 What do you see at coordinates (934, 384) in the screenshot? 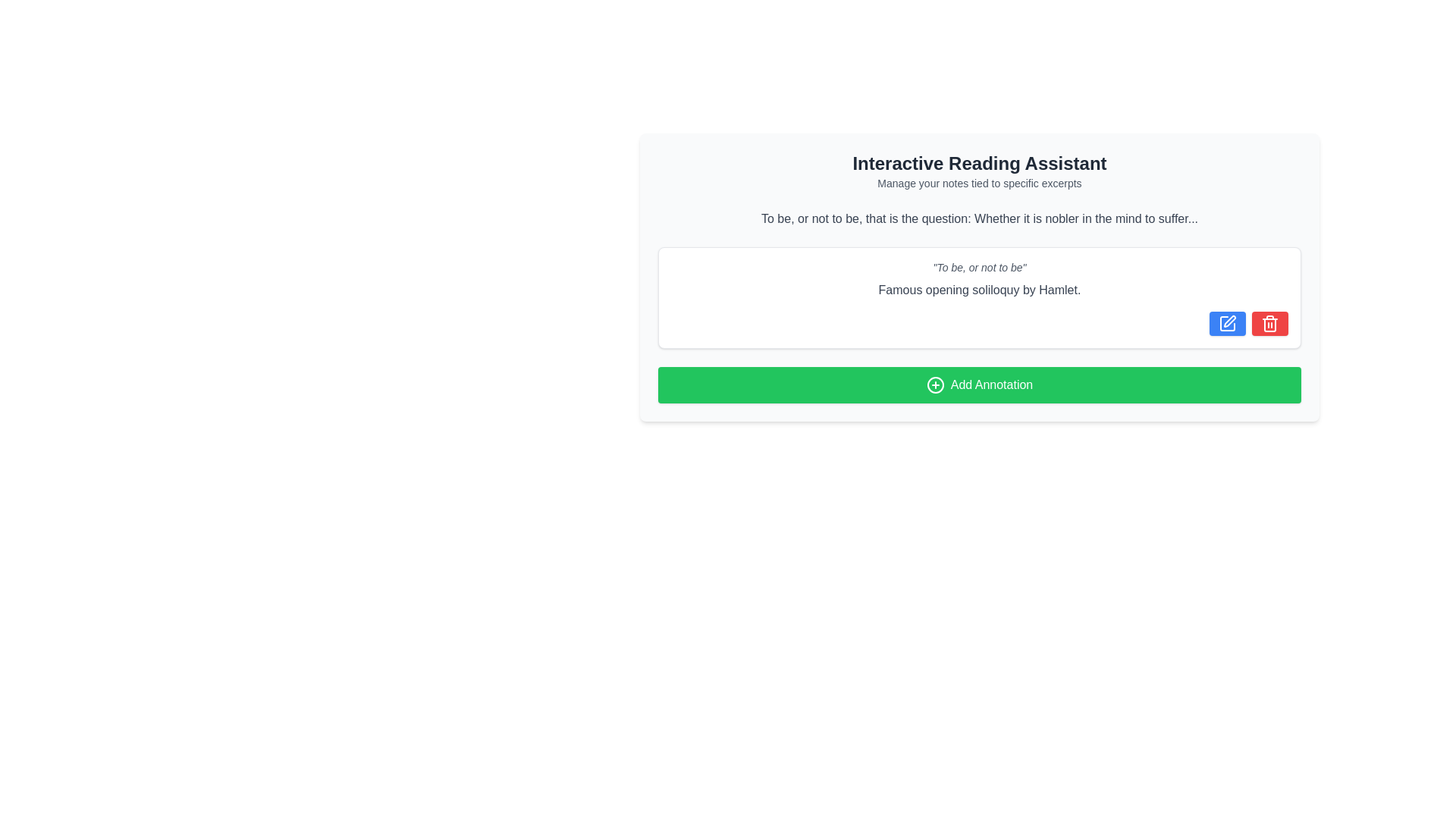
I see `circular graphical icon located at the center of the green rectangular button for adding annotations, positioned at the bottom of the interface` at bounding box center [934, 384].